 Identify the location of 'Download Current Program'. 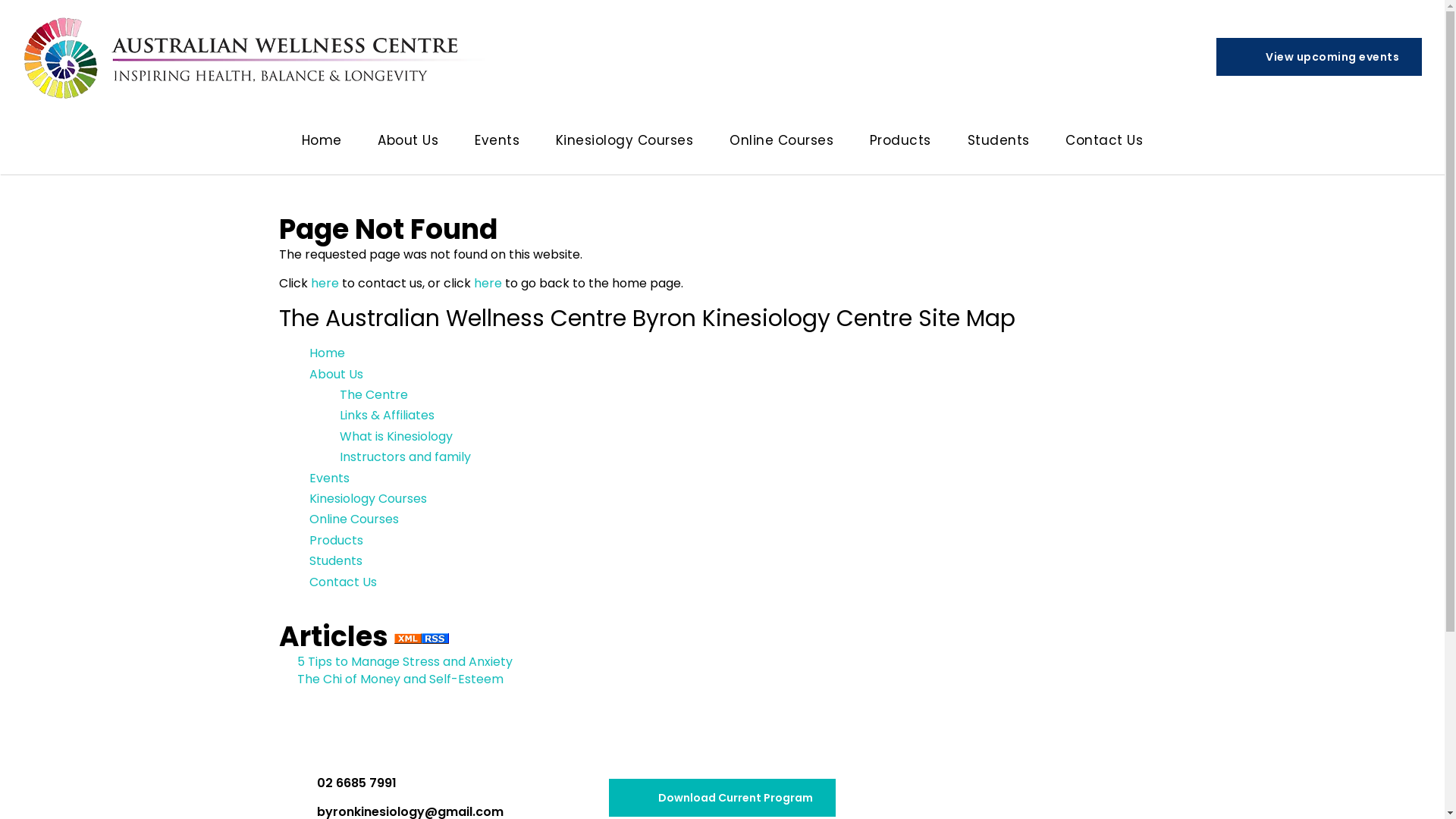
(721, 797).